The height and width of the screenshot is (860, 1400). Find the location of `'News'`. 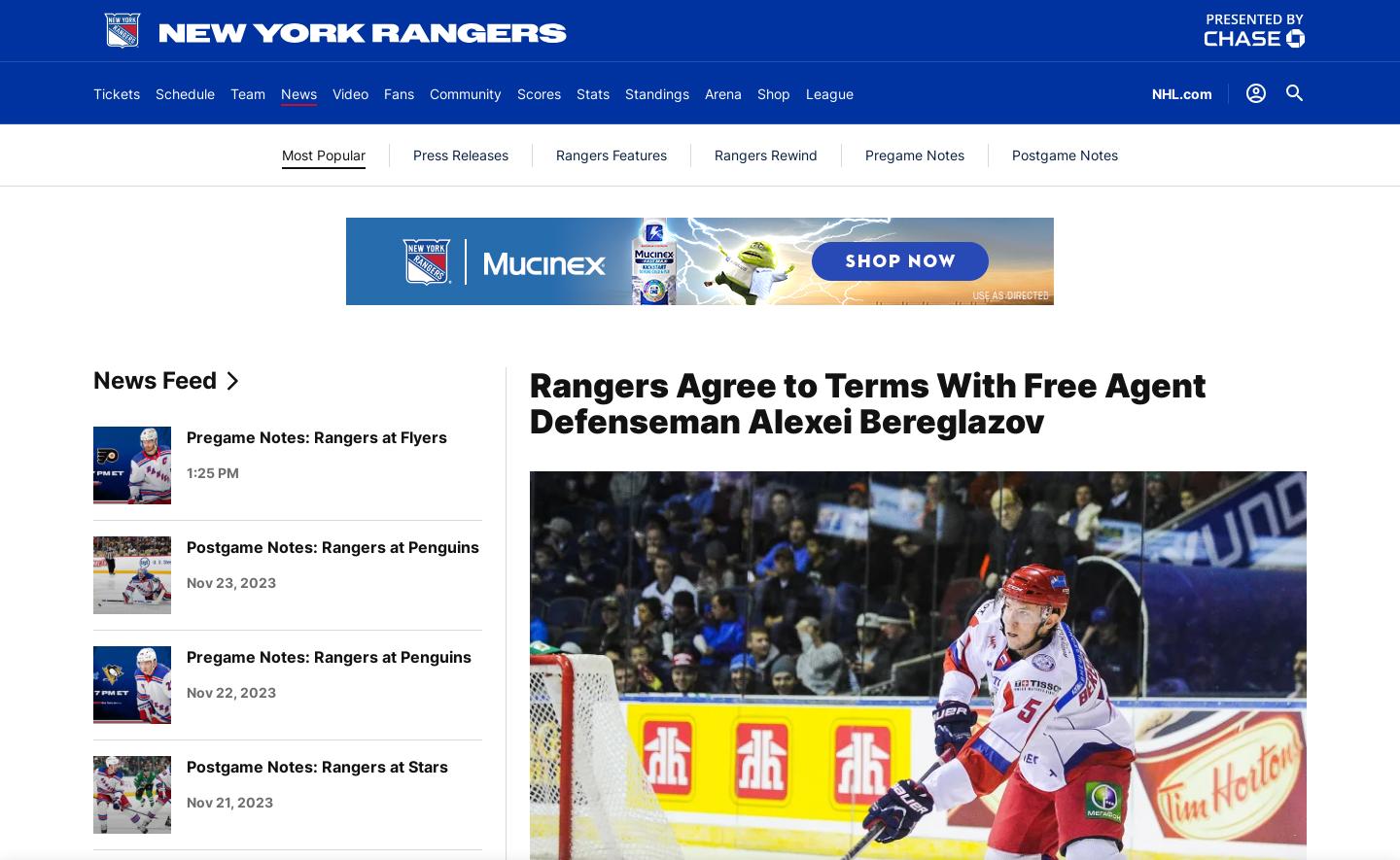

'News' is located at coordinates (298, 92).